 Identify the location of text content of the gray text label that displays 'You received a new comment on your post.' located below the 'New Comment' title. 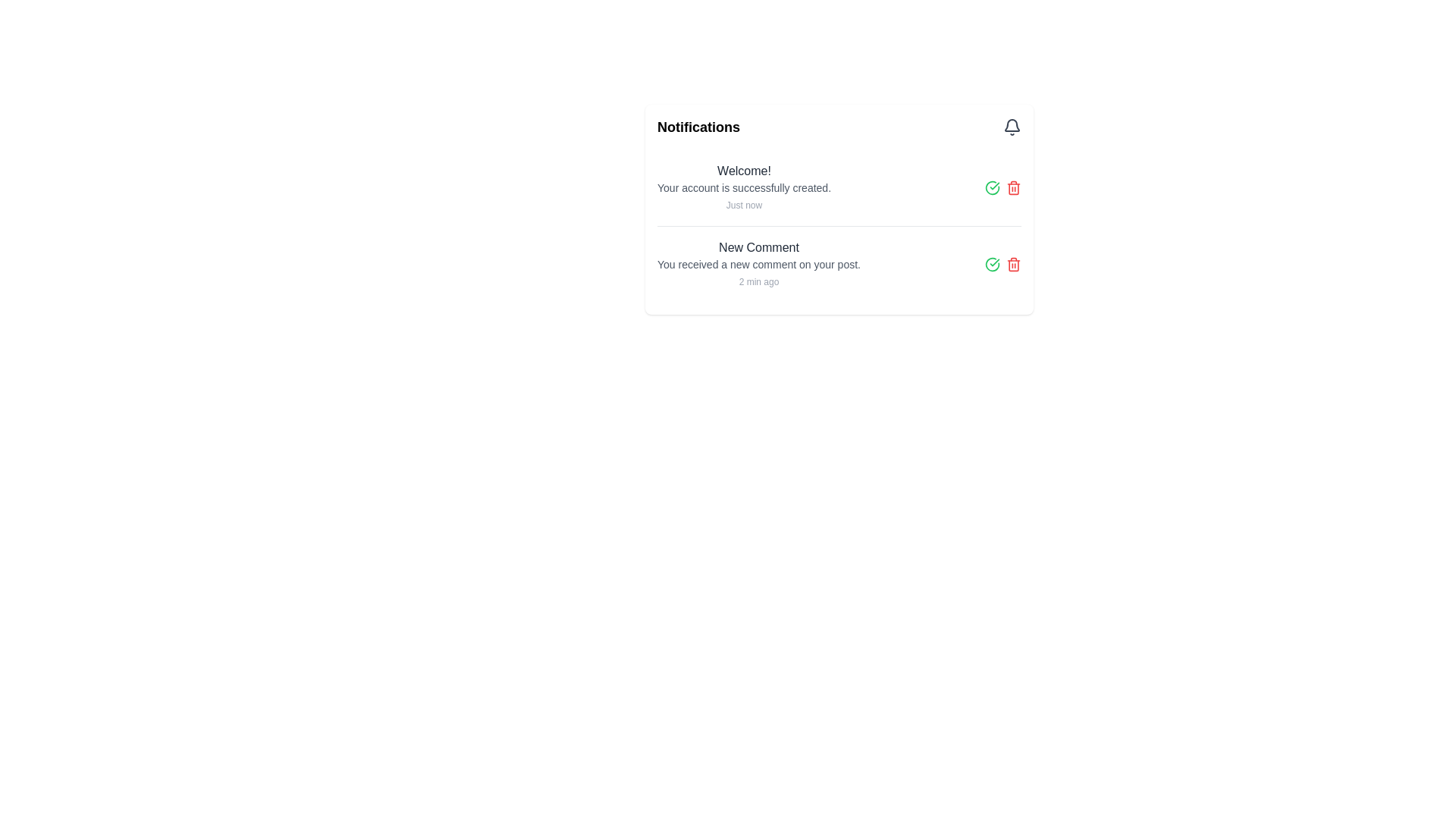
(758, 263).